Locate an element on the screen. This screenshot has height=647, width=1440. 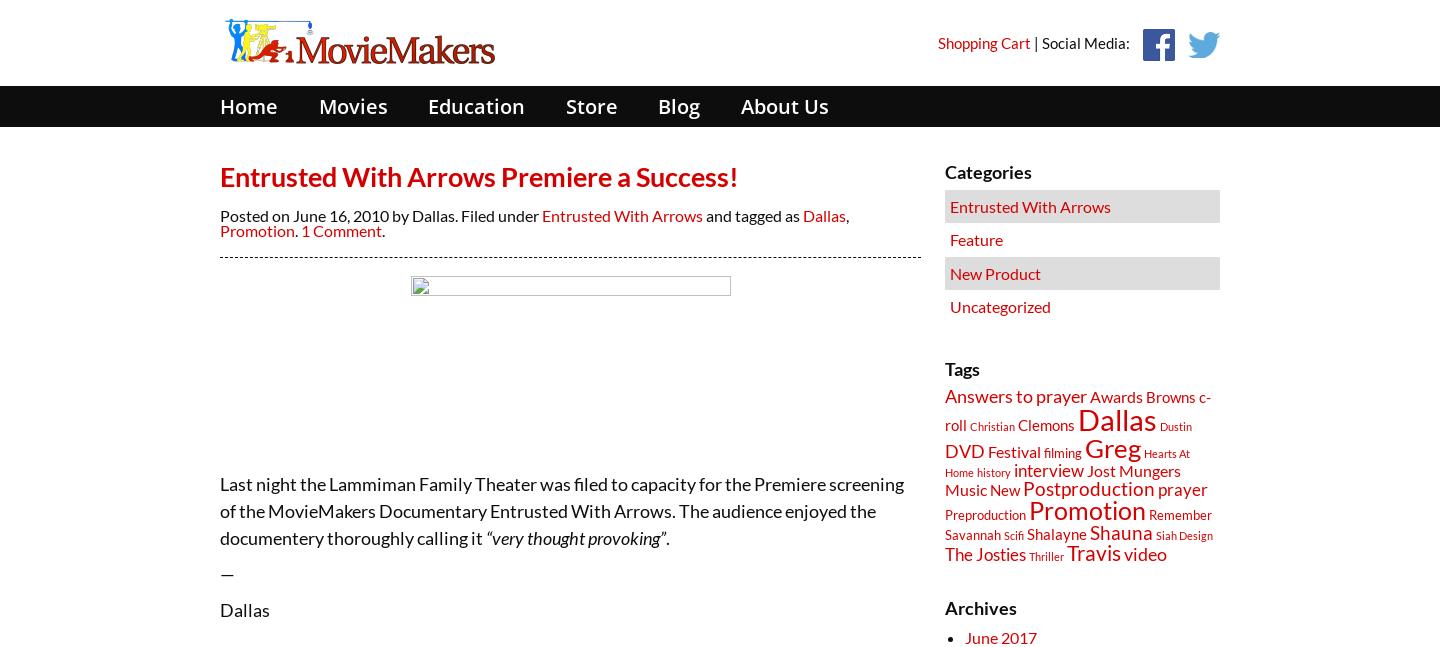
'Greg' is located at coordinates (1111, 446).